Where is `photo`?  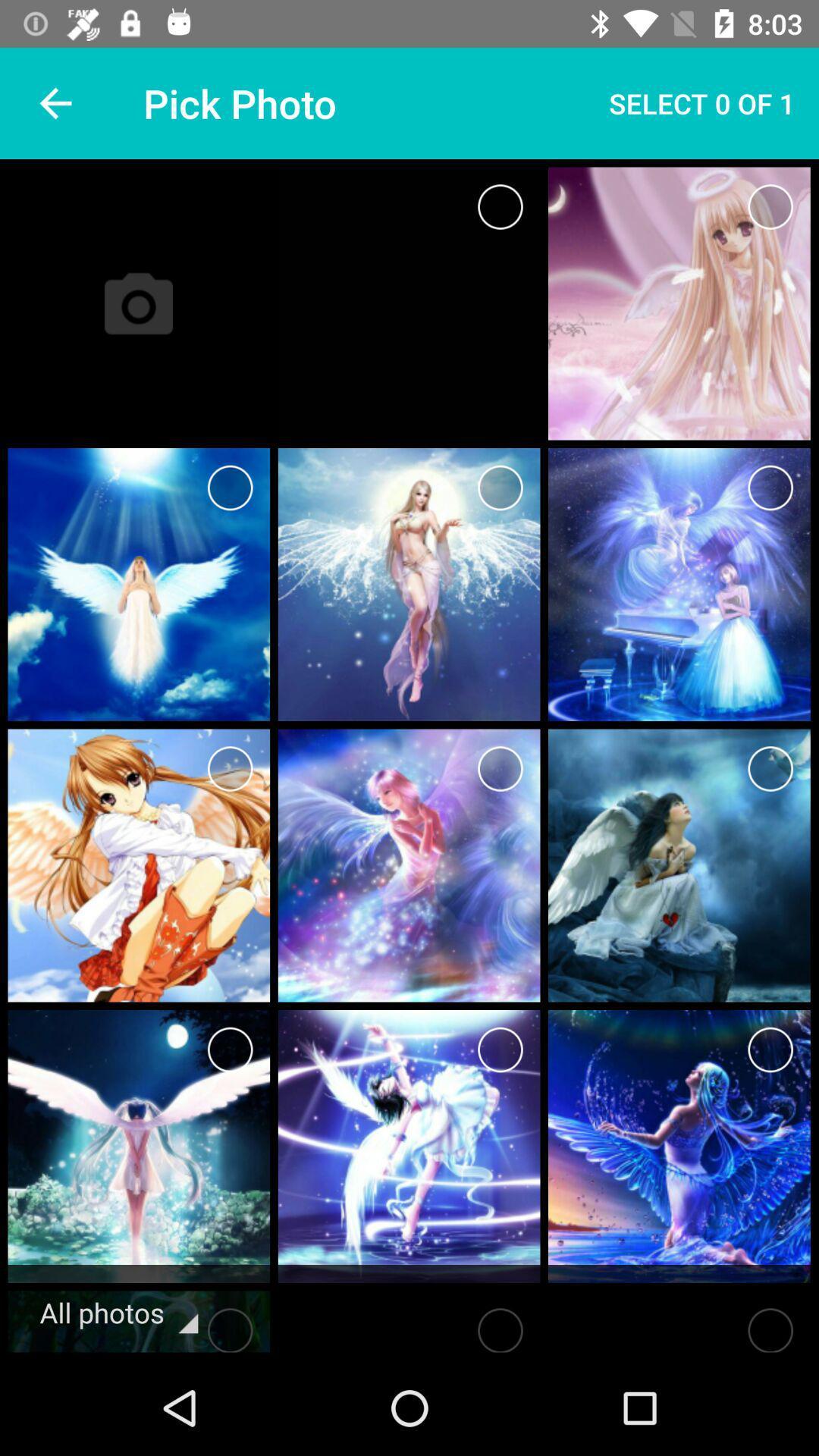
photo is located at coordinates (230, 768).